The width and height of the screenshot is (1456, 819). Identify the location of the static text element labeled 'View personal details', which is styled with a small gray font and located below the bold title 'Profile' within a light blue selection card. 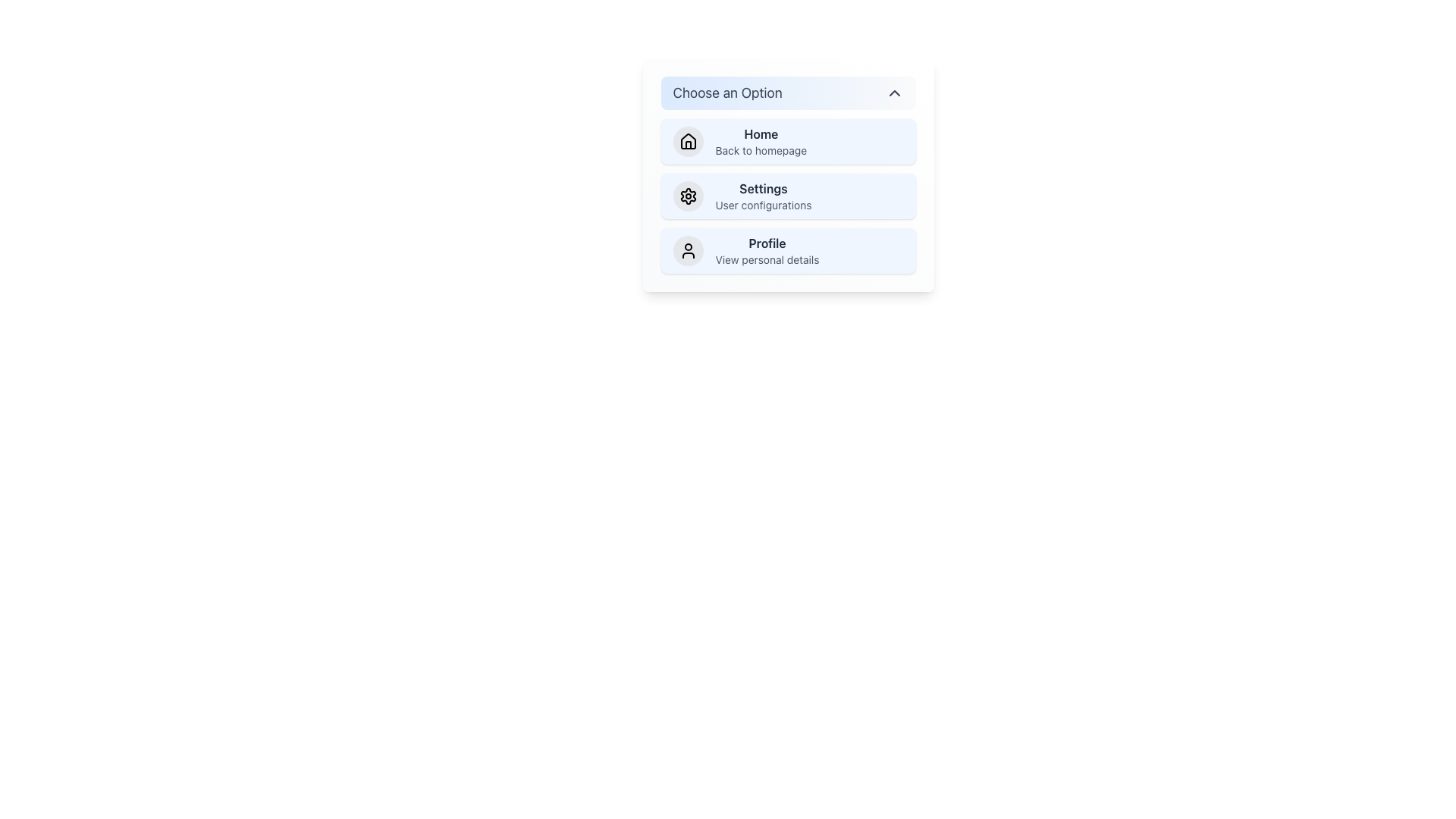
(767, 259).